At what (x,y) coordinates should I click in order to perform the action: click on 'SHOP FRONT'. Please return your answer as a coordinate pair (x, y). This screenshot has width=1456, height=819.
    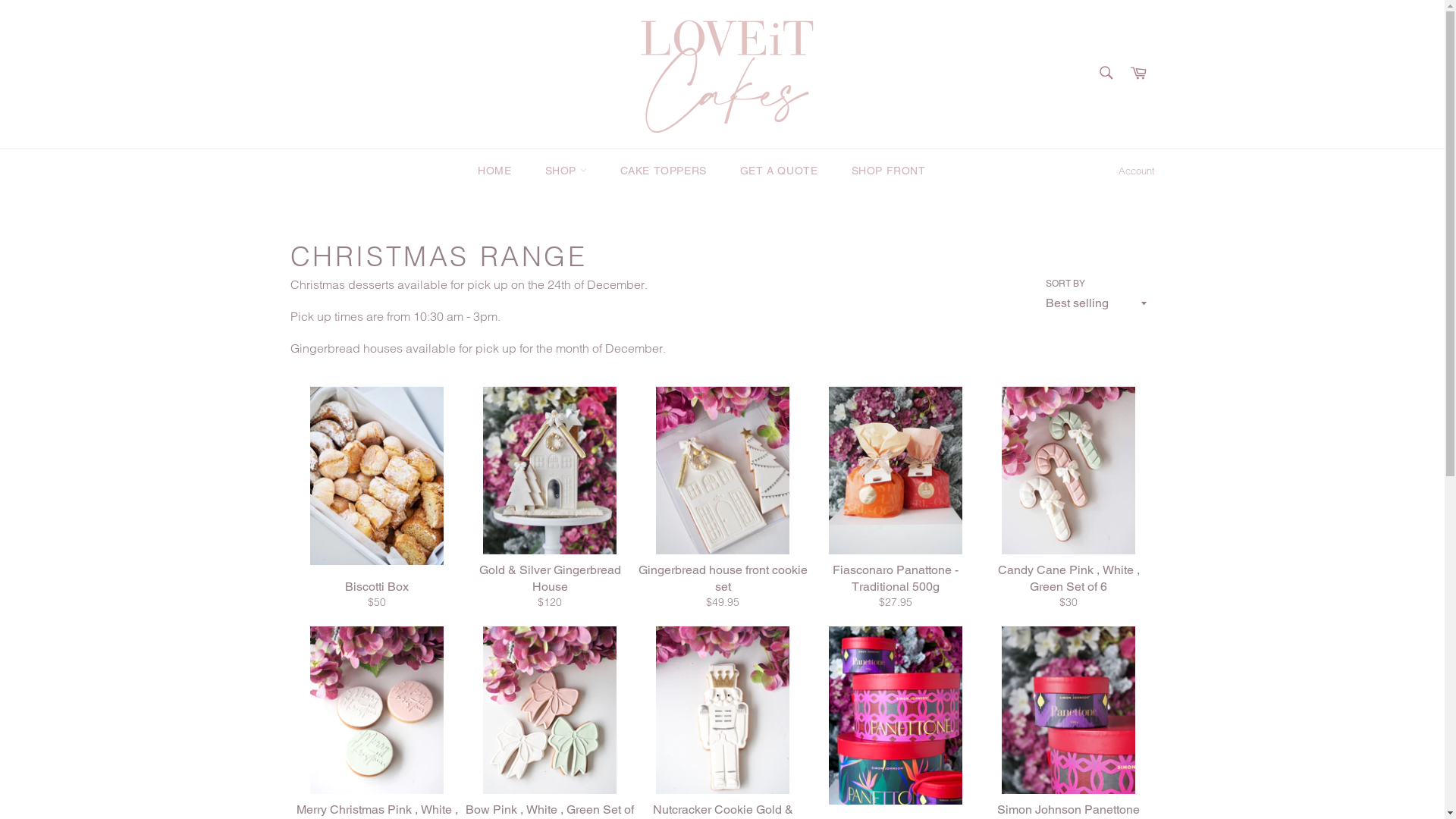
    Looking at the image, I should click on (888, 171).